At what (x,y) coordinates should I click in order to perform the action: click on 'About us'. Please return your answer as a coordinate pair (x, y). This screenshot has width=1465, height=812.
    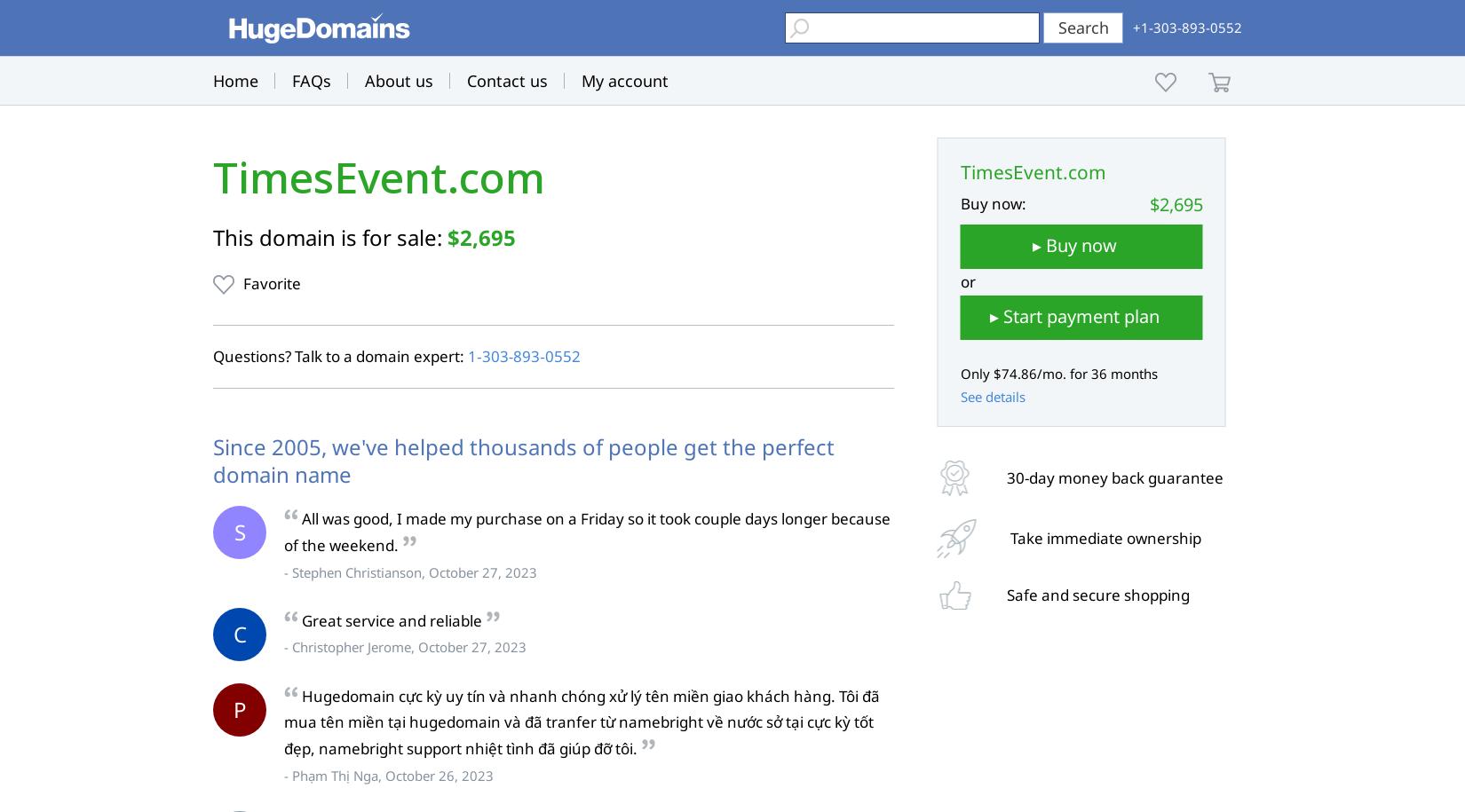
    Looking at the image, I should click on (398, 80).